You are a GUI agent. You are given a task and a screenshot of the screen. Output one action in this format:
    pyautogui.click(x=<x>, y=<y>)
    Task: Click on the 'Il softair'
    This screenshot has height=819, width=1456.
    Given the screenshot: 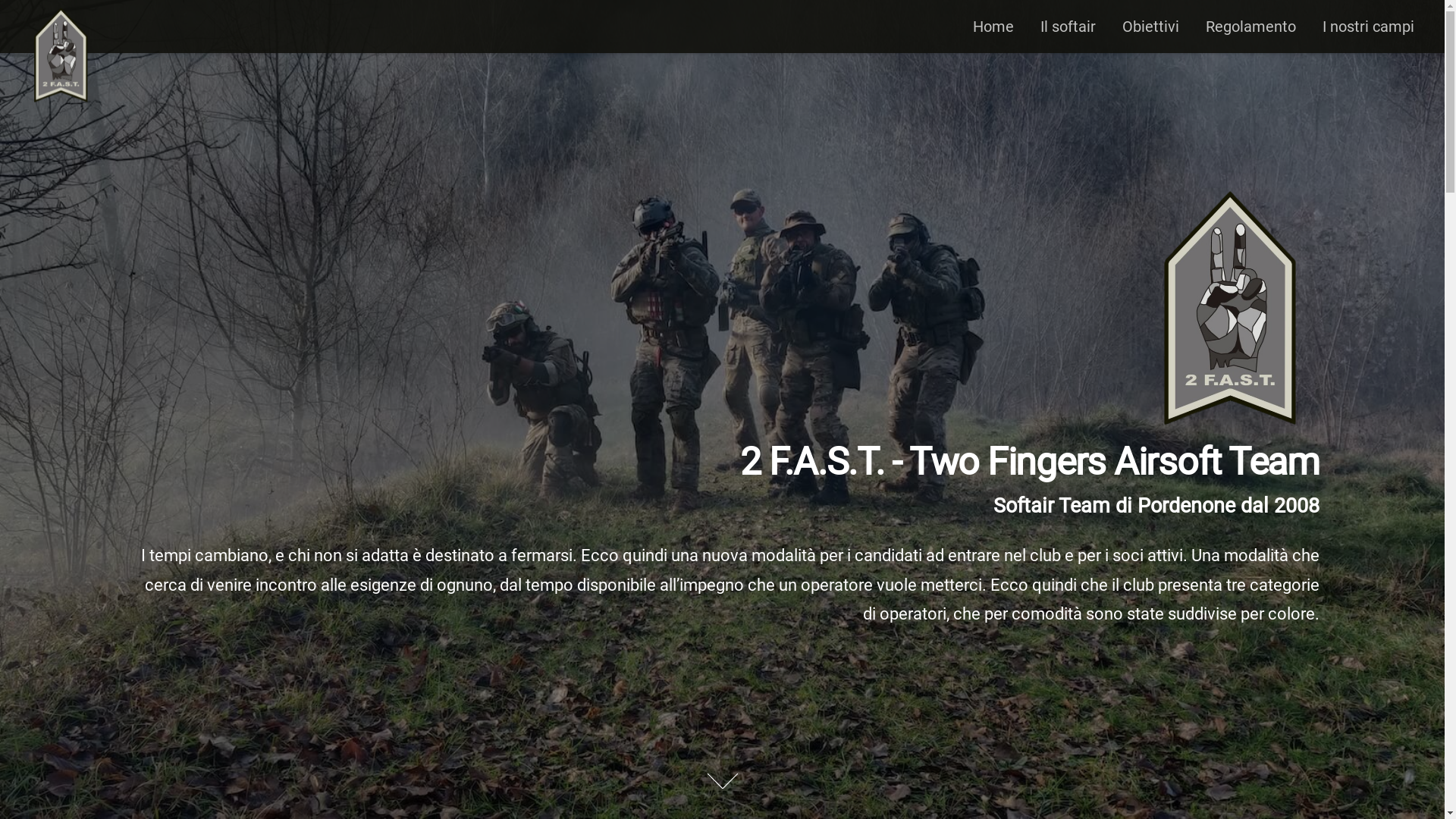 What is the action you would take?
    pyautogui.click(x=1067, y=26)
    